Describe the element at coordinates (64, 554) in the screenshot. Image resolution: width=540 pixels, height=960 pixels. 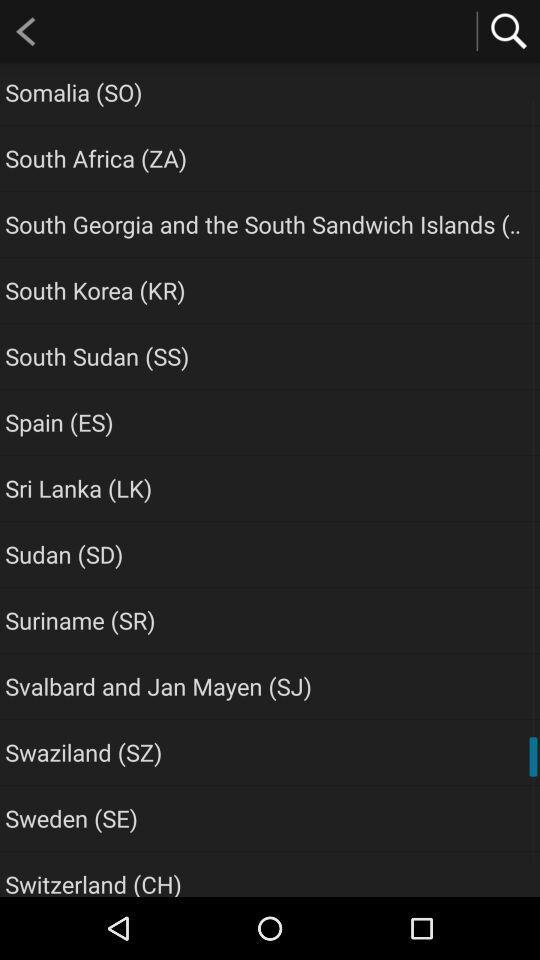
I see `item above the suriname (sr) app` at that location.